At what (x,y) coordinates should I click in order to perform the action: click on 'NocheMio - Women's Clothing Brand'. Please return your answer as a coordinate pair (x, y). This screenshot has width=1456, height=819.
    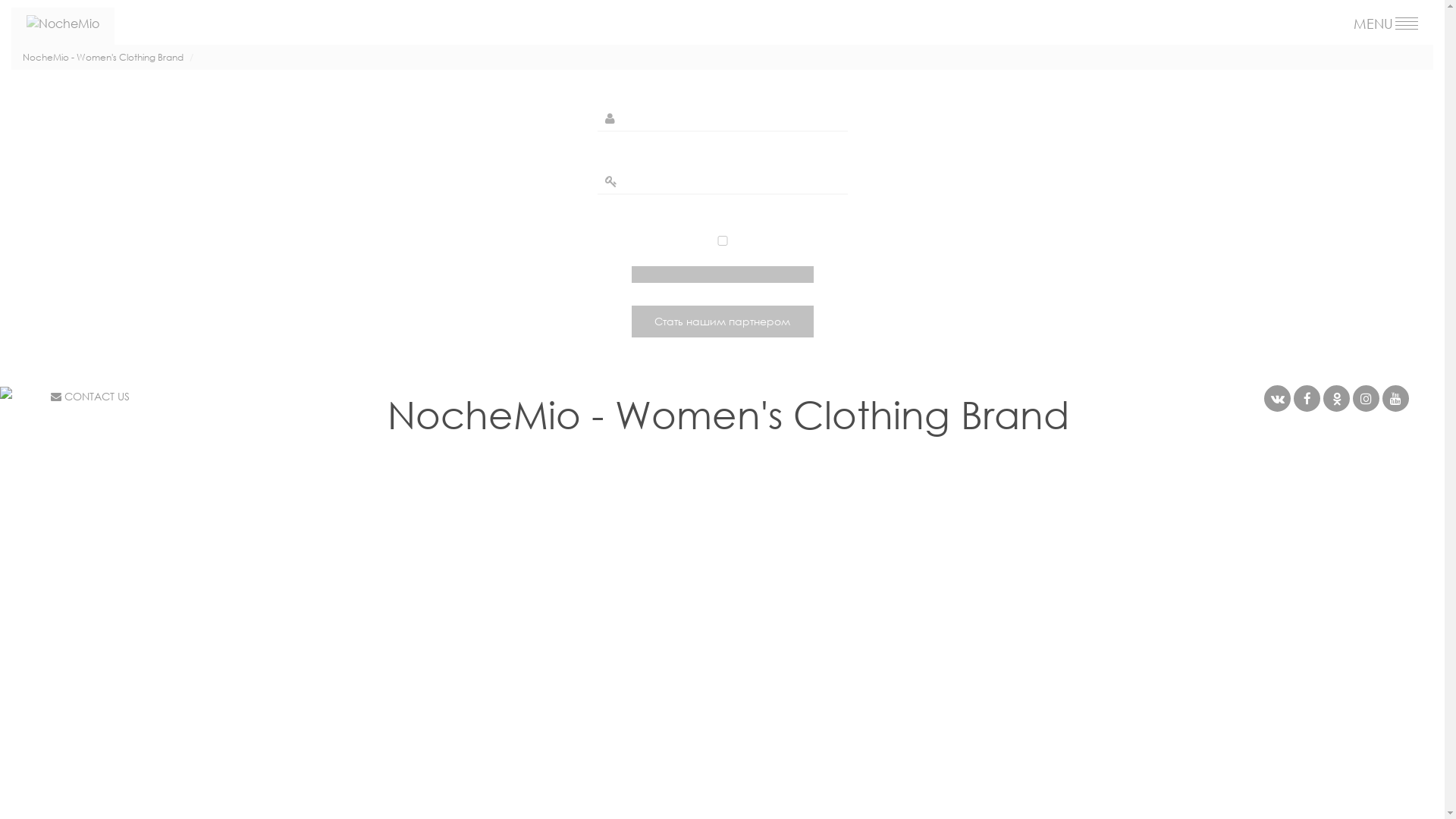
    Looking at the image, I should click on (22, 56).